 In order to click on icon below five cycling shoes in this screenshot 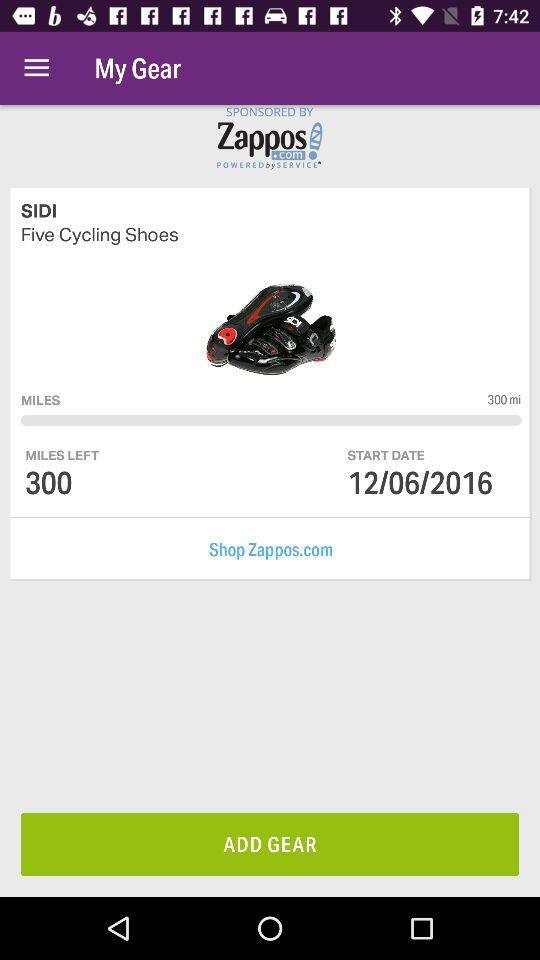, I will do `click(503, 398)`.